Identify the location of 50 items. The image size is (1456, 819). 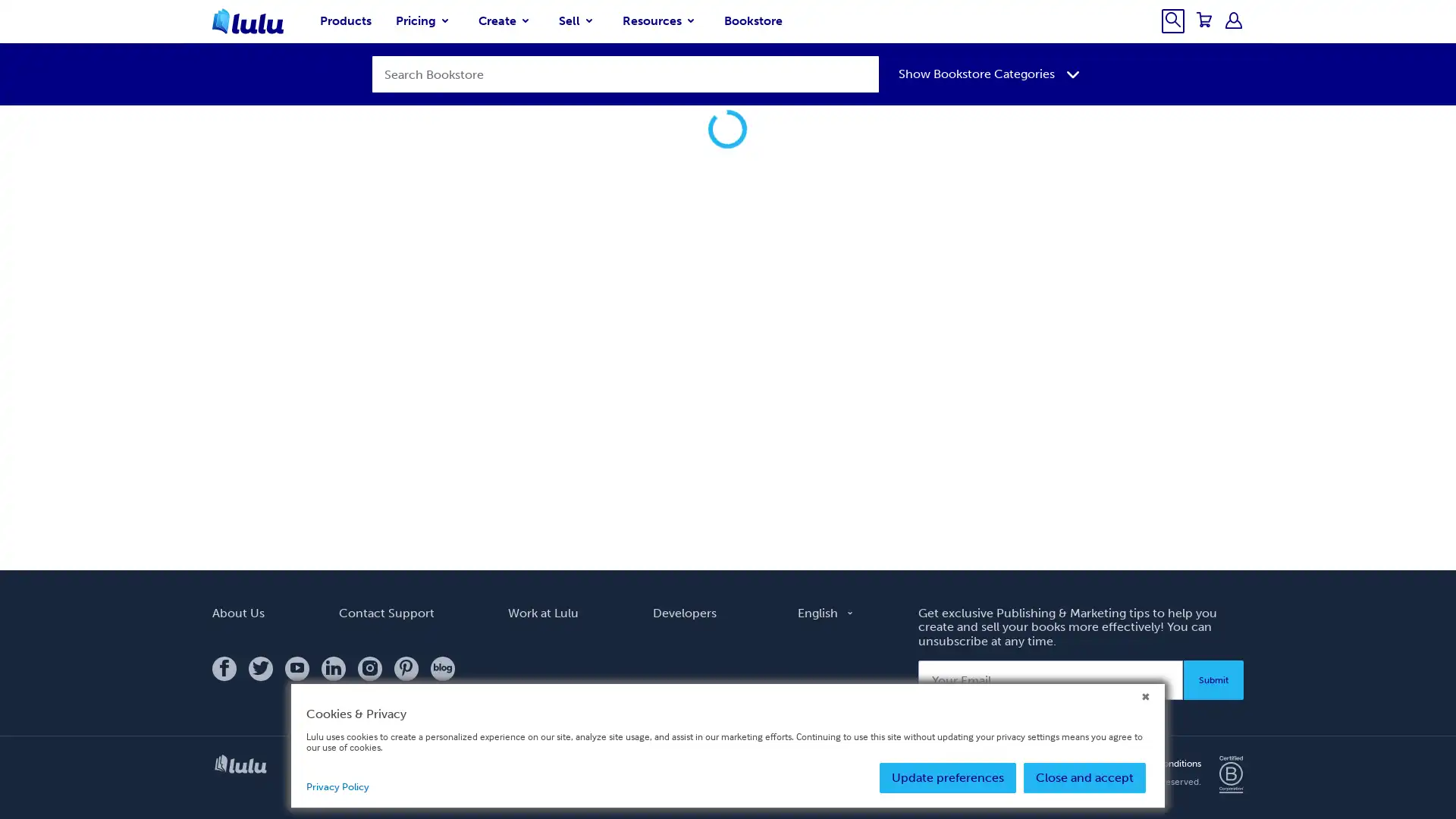
(604, 472).